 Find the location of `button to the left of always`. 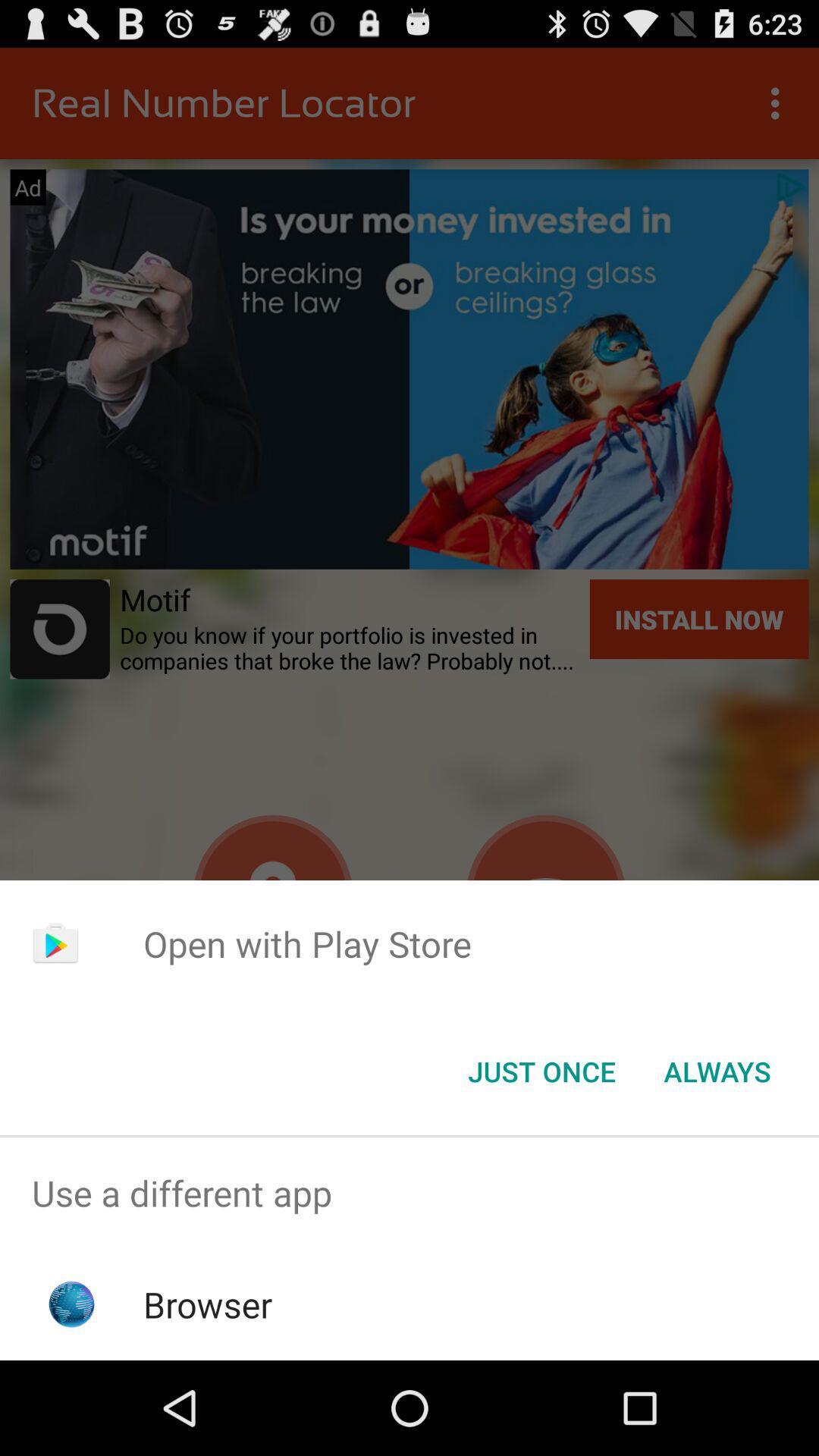

button to the left of always is located at coordinates (541, 1070).